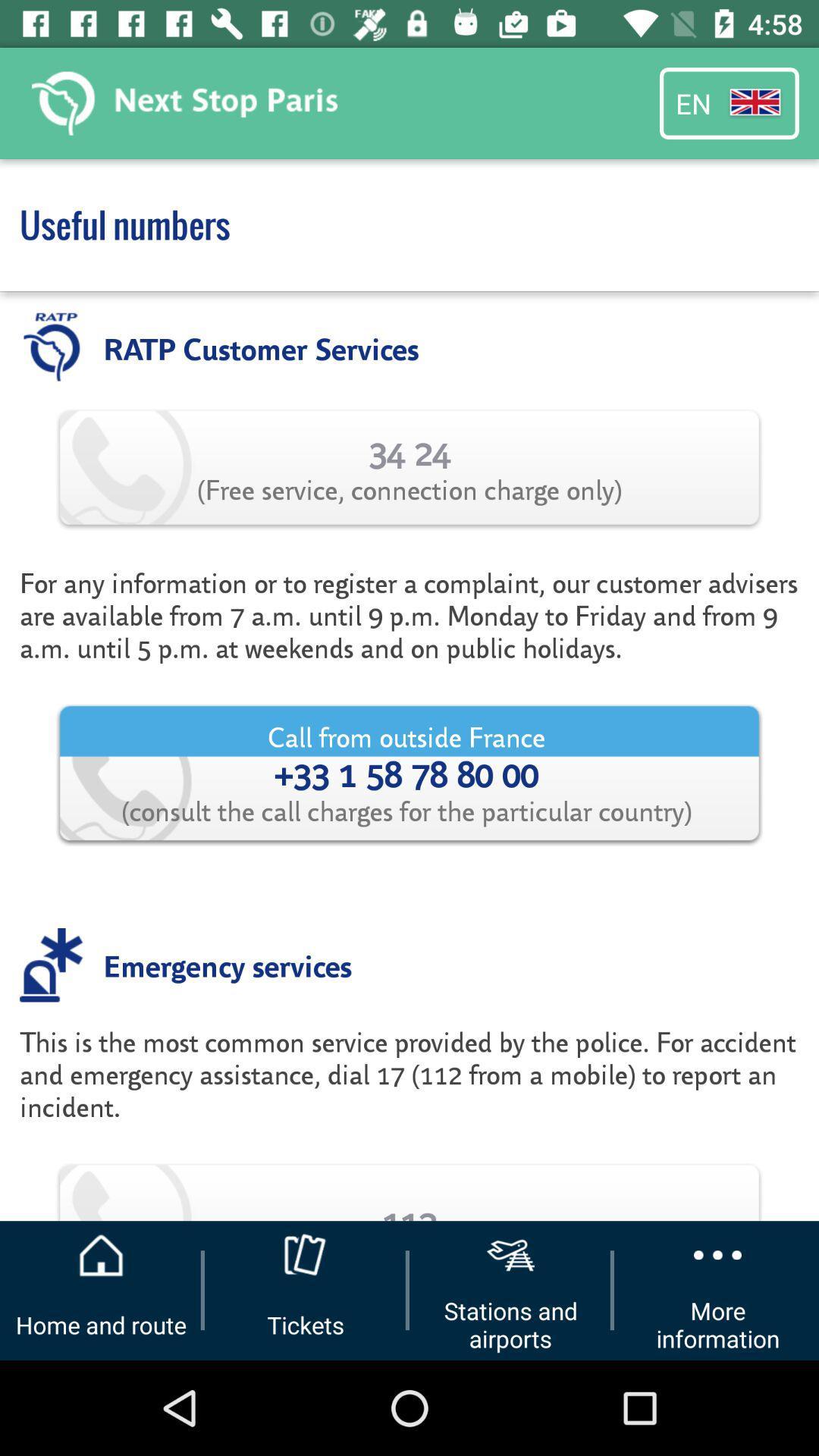  What do you see at coordinates (227, 964) in the screenshot?
I see `item below call from outside app` at bounding box center [227, 964].